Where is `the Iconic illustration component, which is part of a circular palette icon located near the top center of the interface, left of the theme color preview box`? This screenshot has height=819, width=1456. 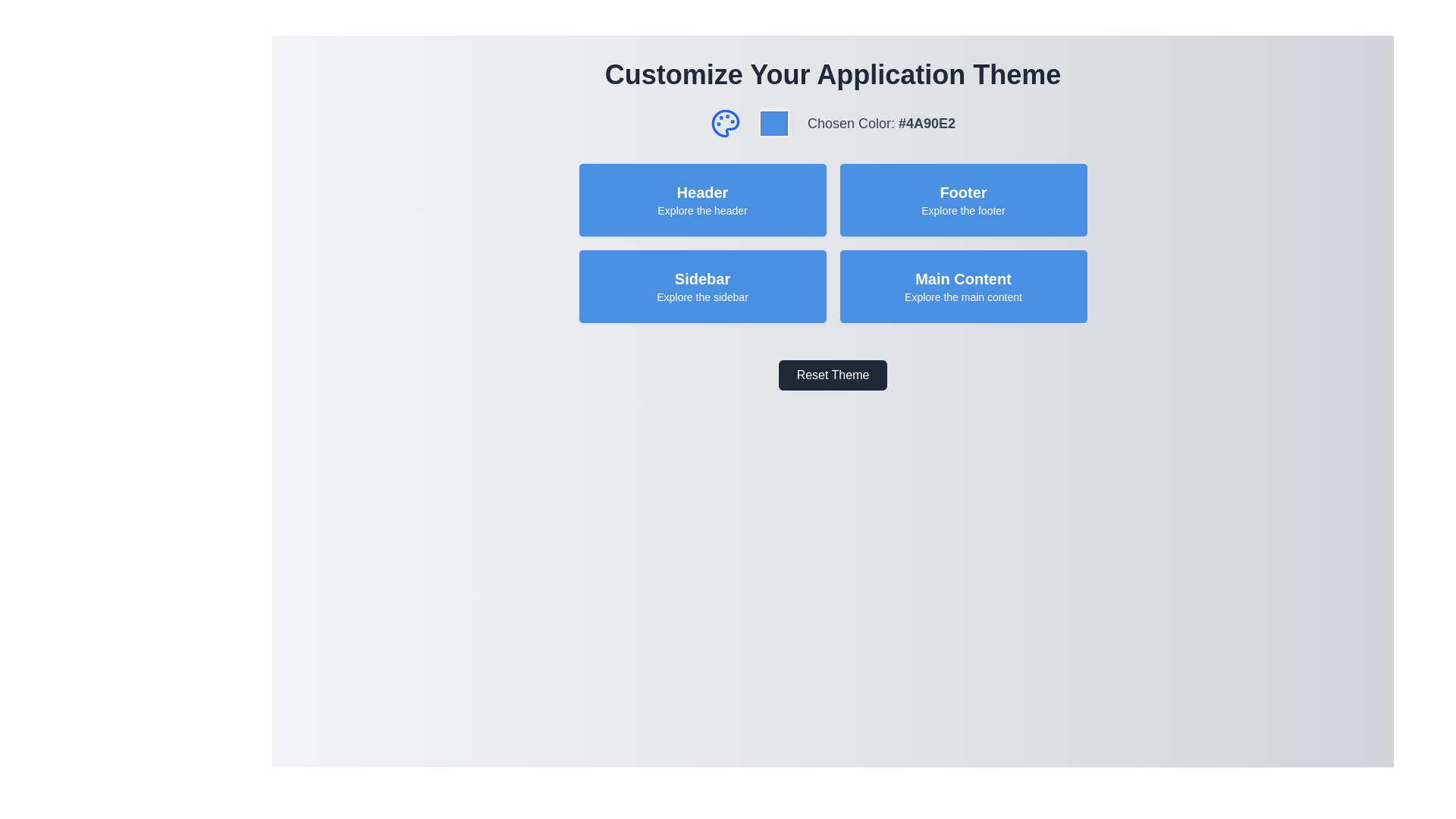 the Iconic illustration component, which is part of a circular palette icon located near the top center of the interface, left of the theme color preview box is located at coordinates (724, 122).